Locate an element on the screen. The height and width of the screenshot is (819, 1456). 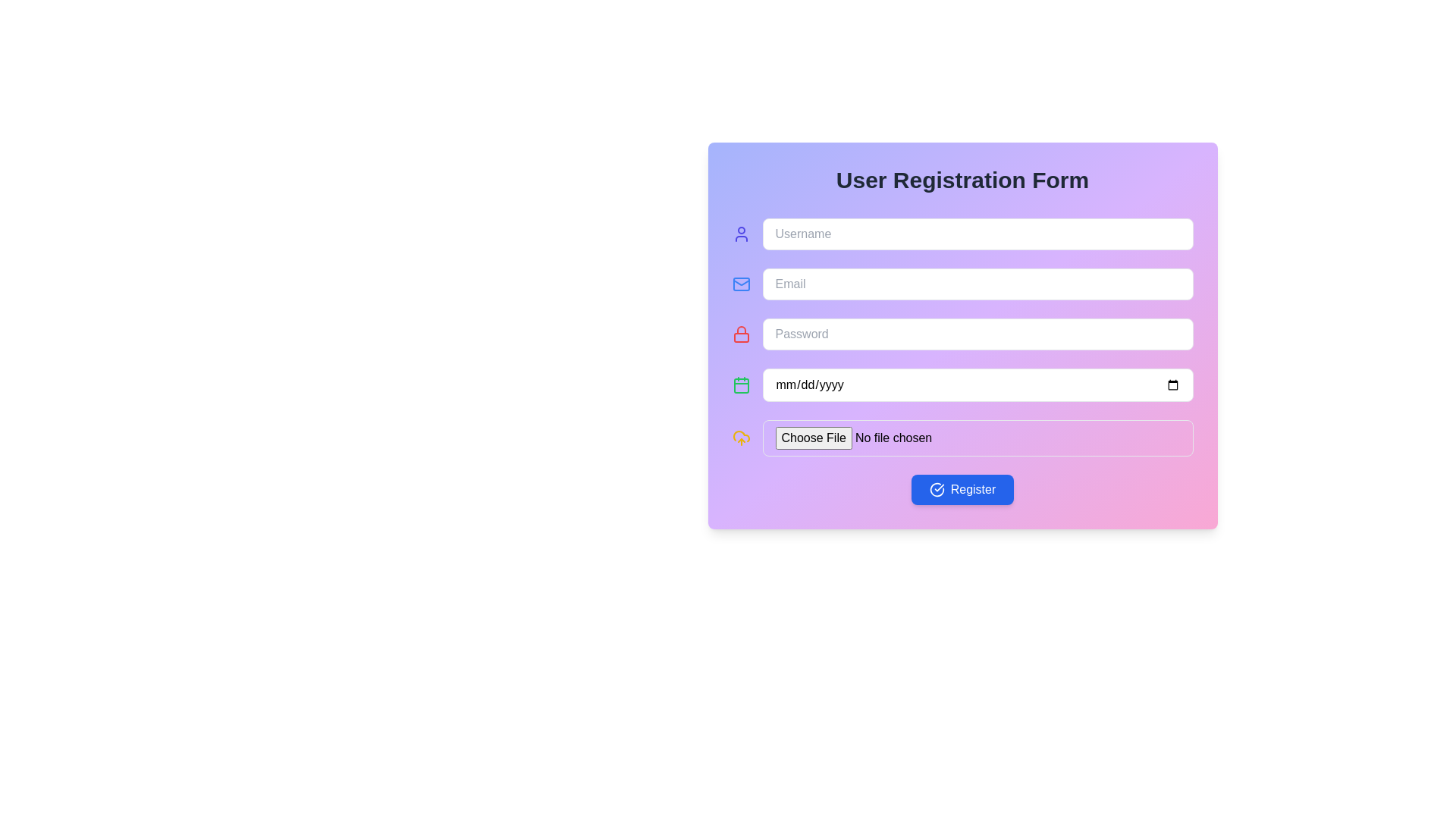
the submit button located at the bottom of the registration form is located at coordinates (962, 489).